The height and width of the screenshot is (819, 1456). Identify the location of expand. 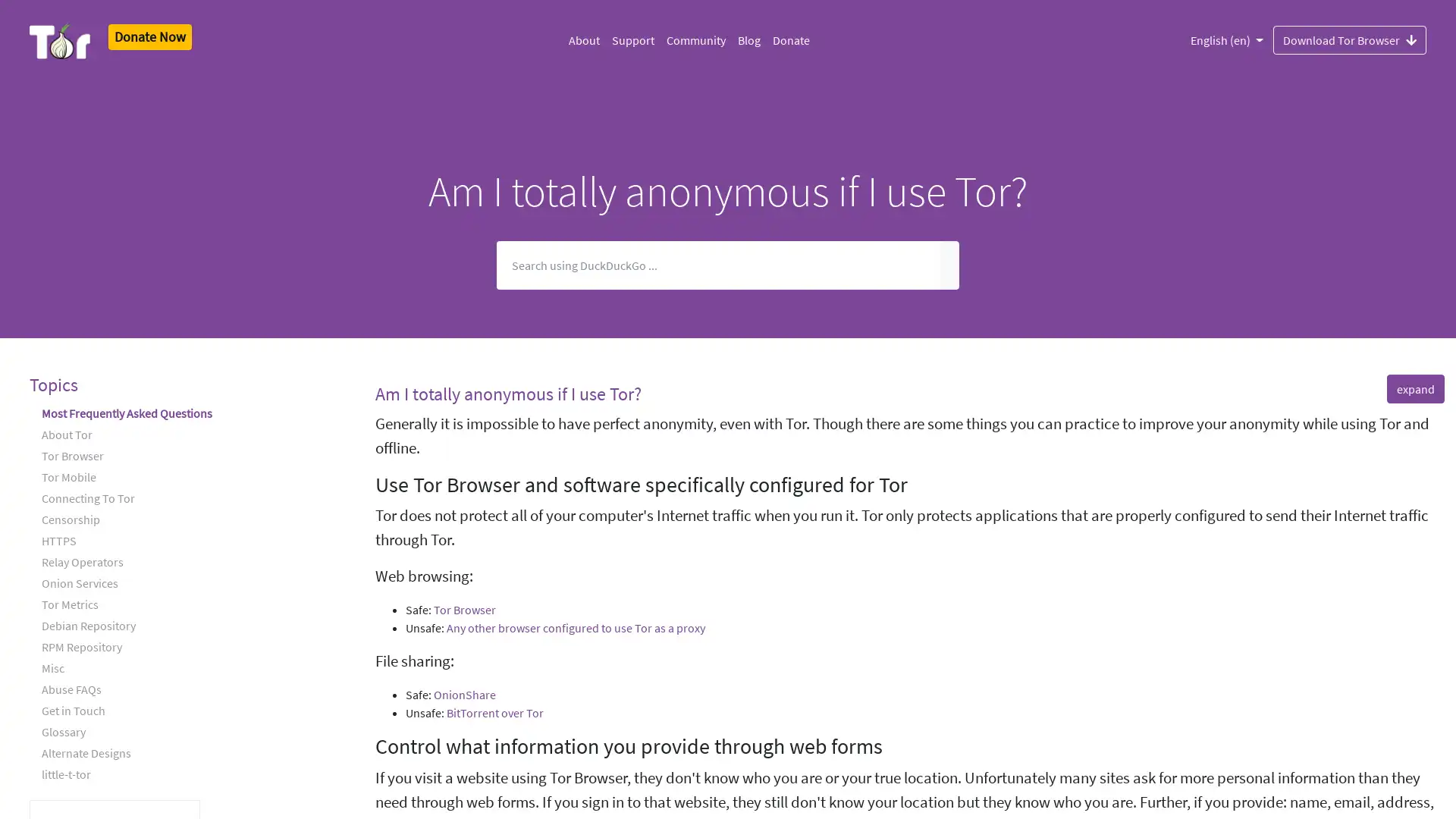
(1415, 388).